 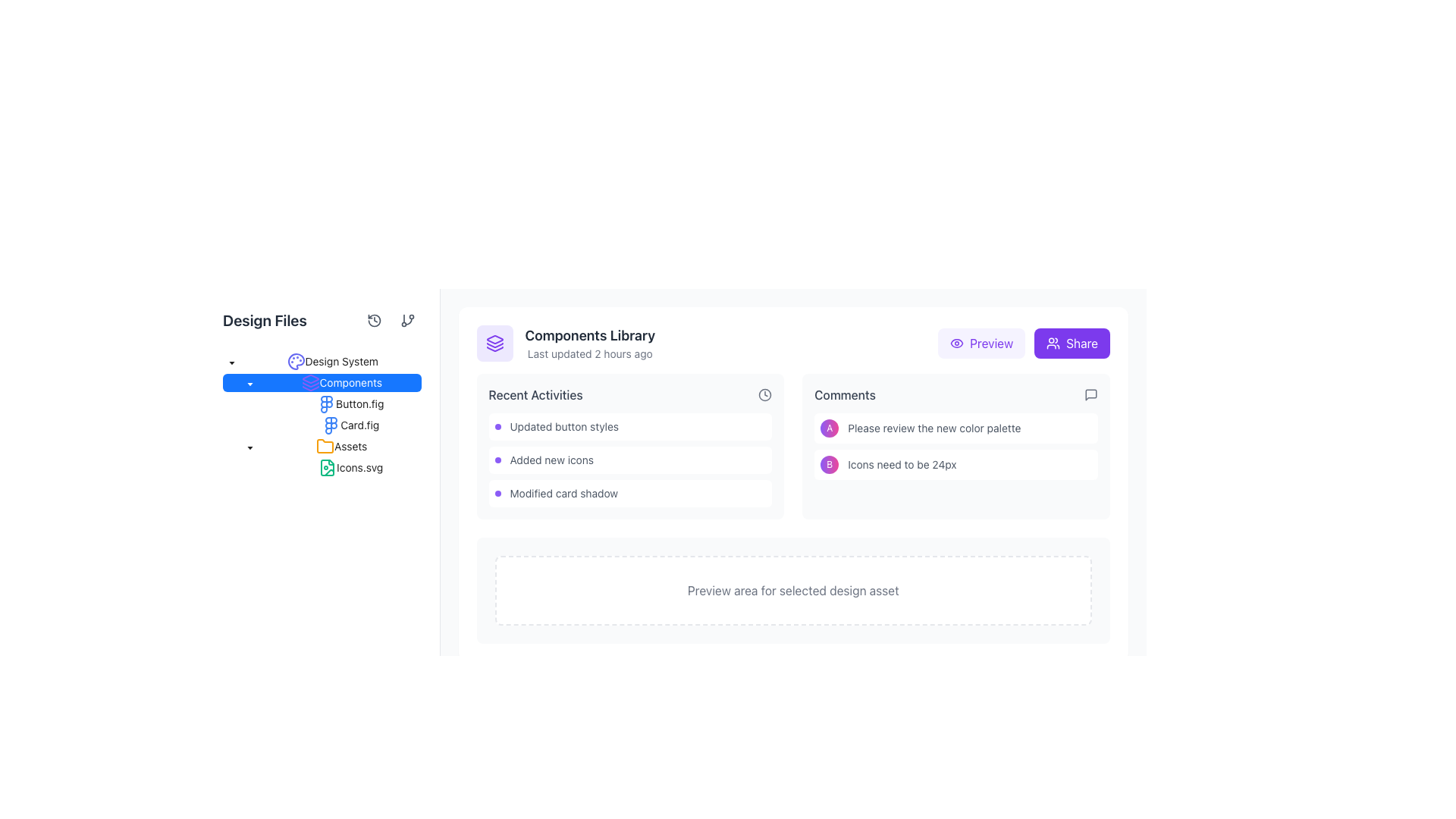 I want to click on the indentation marker representing the level of indentation for the 'Card.fig' item in the hierarchical navigation tree, so click(x=240, y=425).